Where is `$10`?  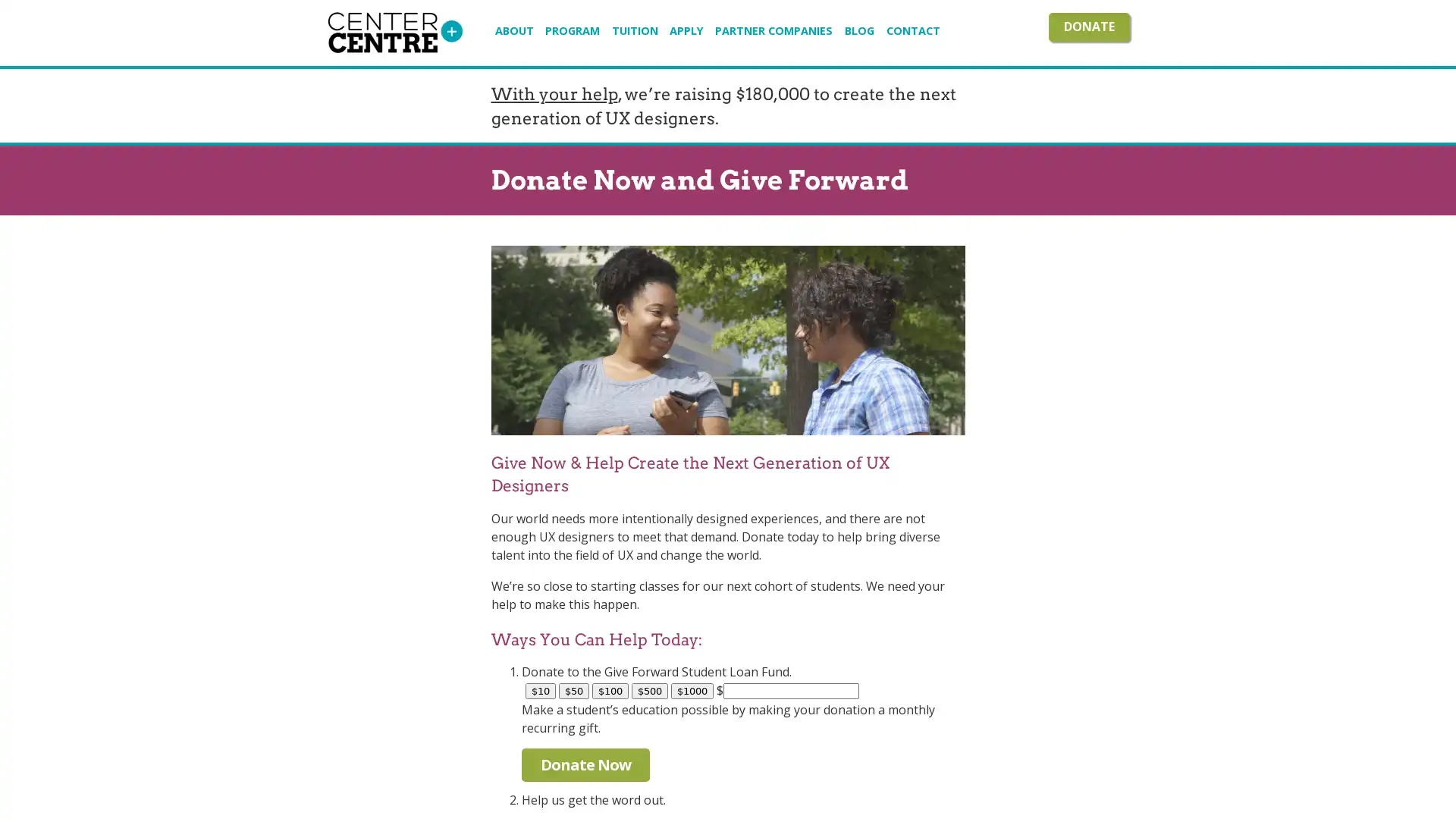 $10 is located at coordinates (539, 690).